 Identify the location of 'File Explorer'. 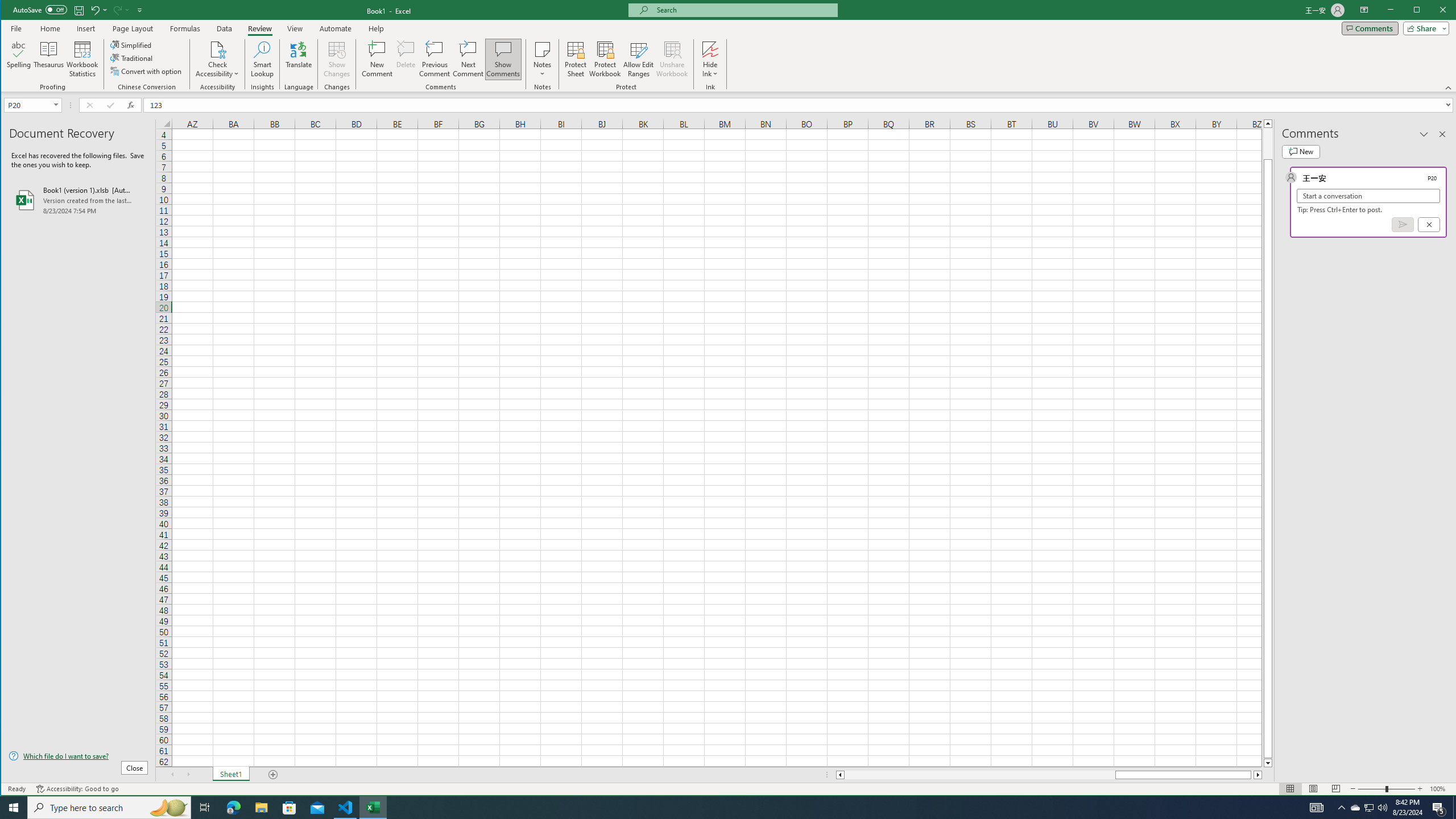
(260, 806).